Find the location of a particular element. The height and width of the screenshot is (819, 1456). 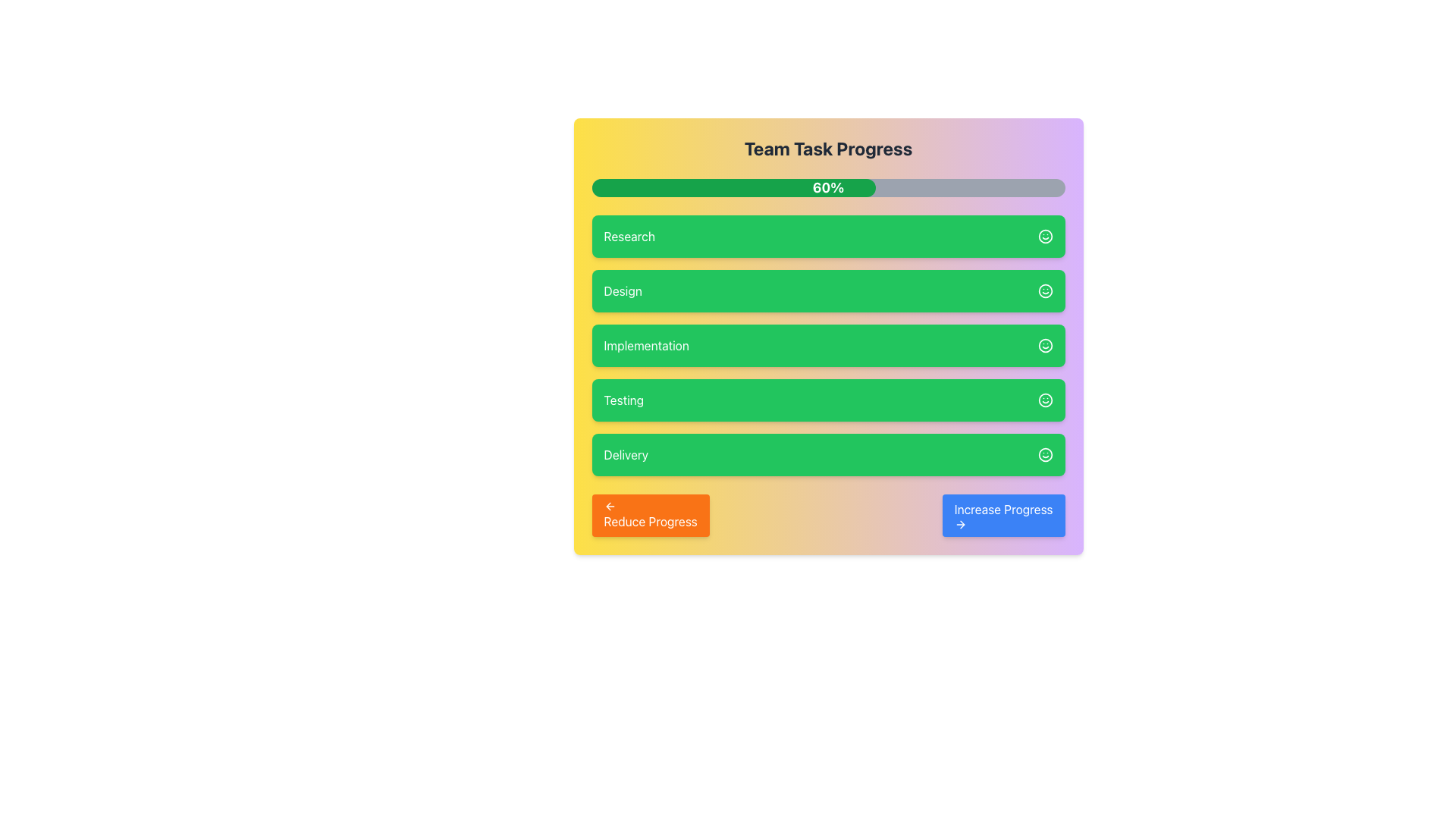

the green progress bar segment that spans 60% of the width of the gray rounded rectangle in the progress indicator located beneath the title 'Team Task Progress' is located at coordinates (733, 187).